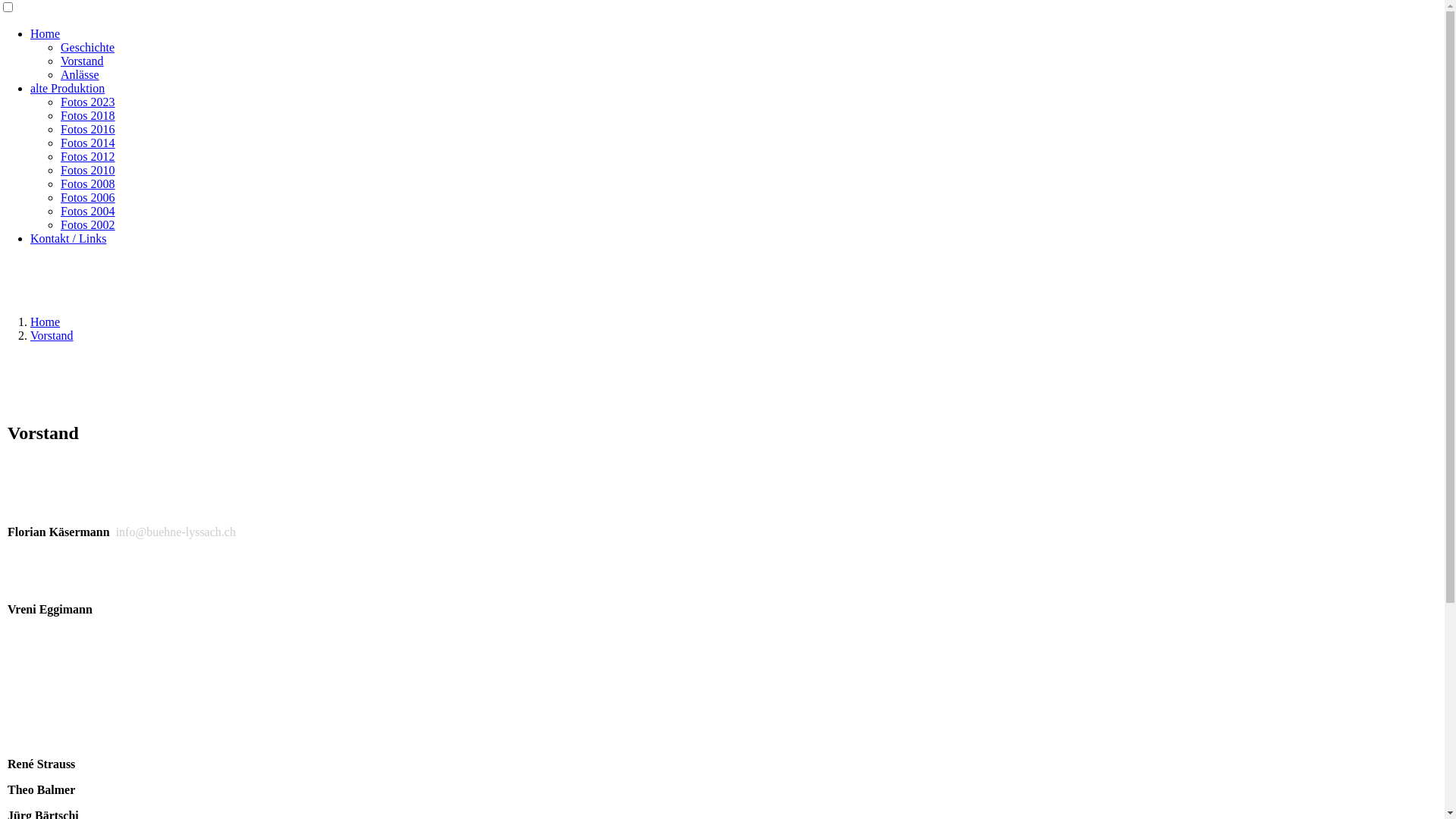 Image resolution: width=1456 pixels, height=819 pixels. I want to click on 'Fotos 2006', so click(86, 196).